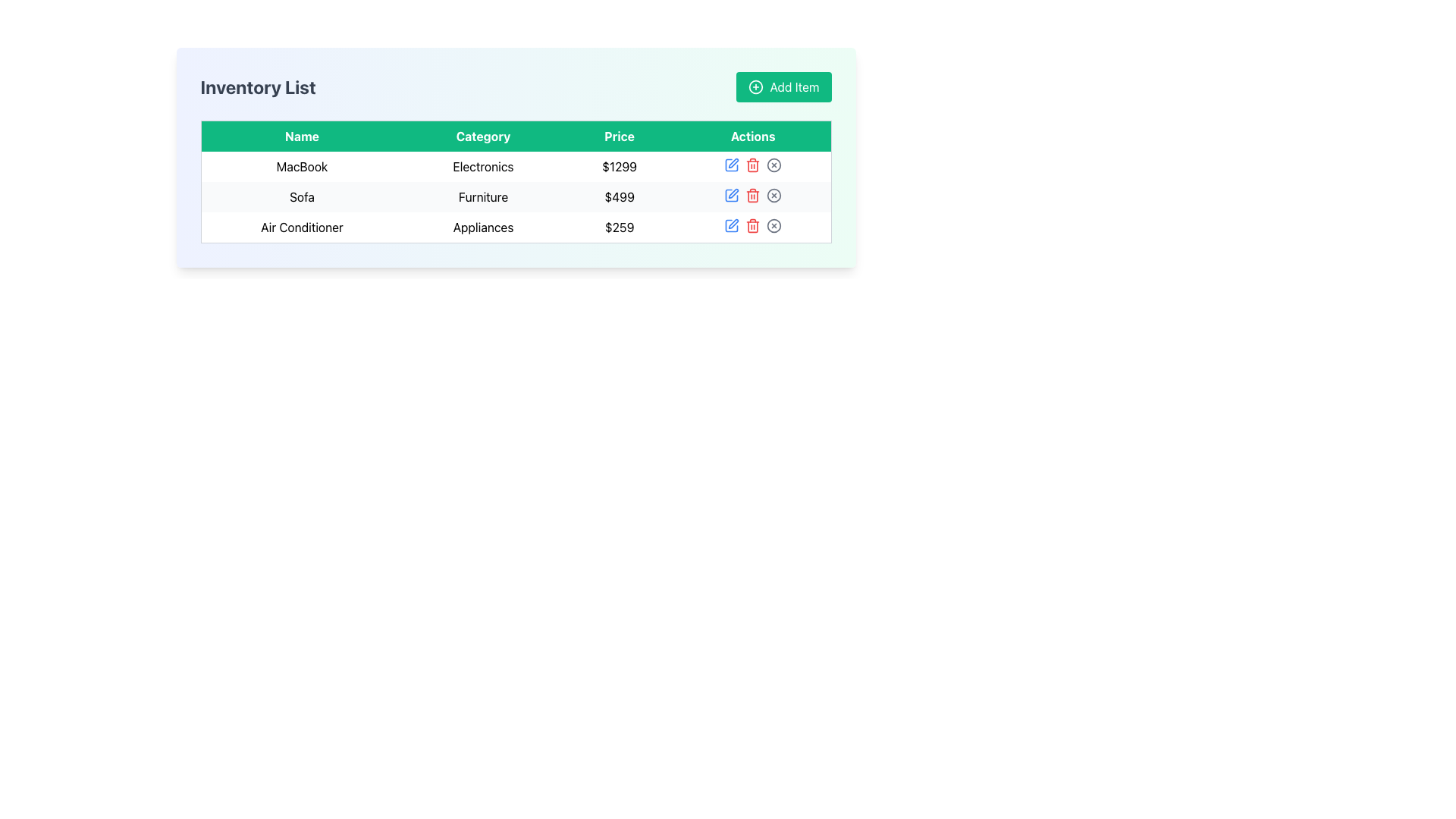 The height and width of the screenshot is (819, 1456). What do you see at coordinates (753, 165) in the screenshot?
I see `the delete icon button in the 'Actions' column of the first row in the table` at bounding box center [753, 165].